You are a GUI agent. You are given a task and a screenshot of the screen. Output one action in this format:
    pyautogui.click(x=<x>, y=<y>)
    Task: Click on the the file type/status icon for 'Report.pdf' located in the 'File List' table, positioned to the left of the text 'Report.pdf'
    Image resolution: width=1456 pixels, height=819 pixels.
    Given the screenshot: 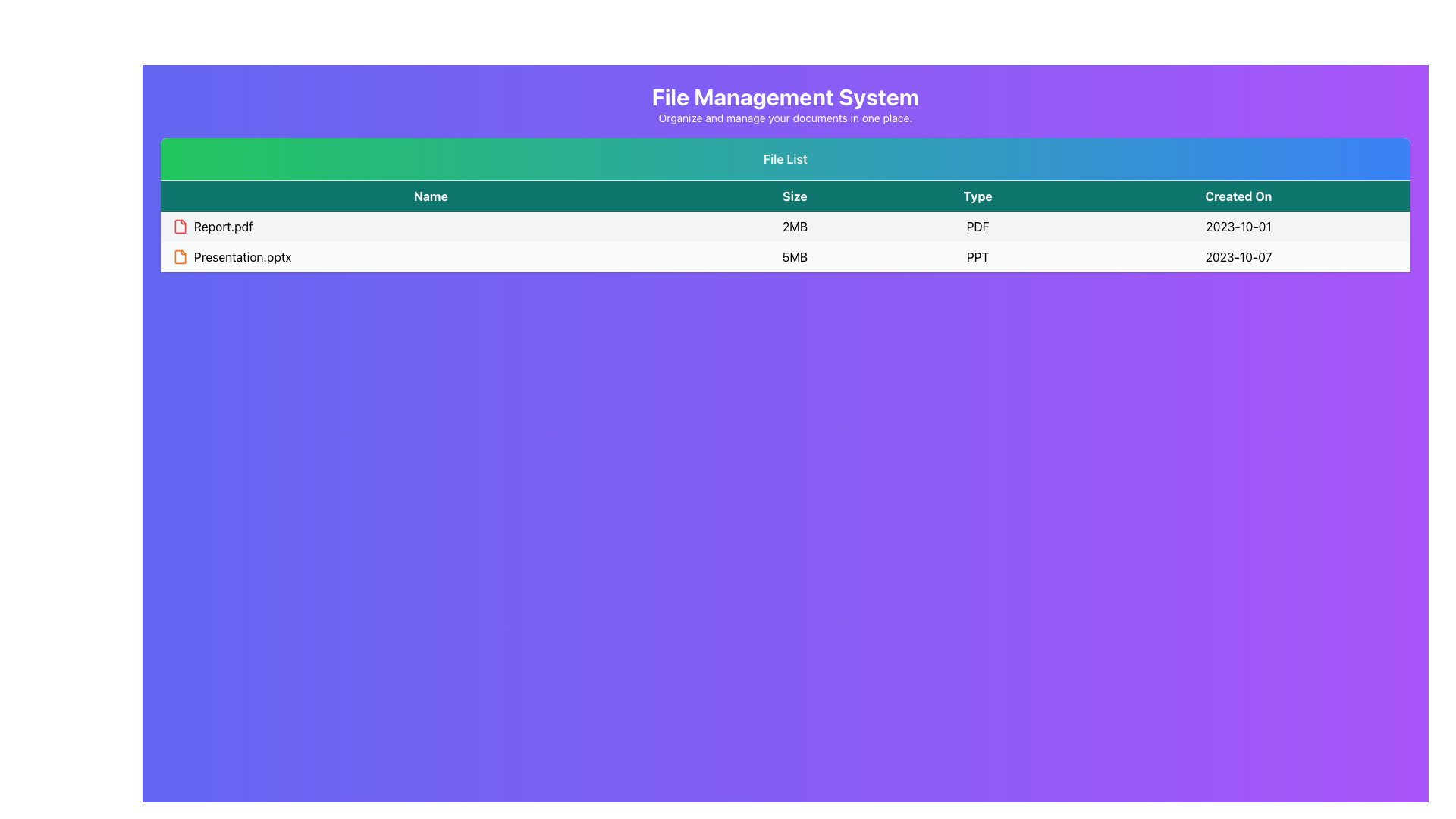 What is the action you would take?
    pyautogui.click(x=180, y=227)
    